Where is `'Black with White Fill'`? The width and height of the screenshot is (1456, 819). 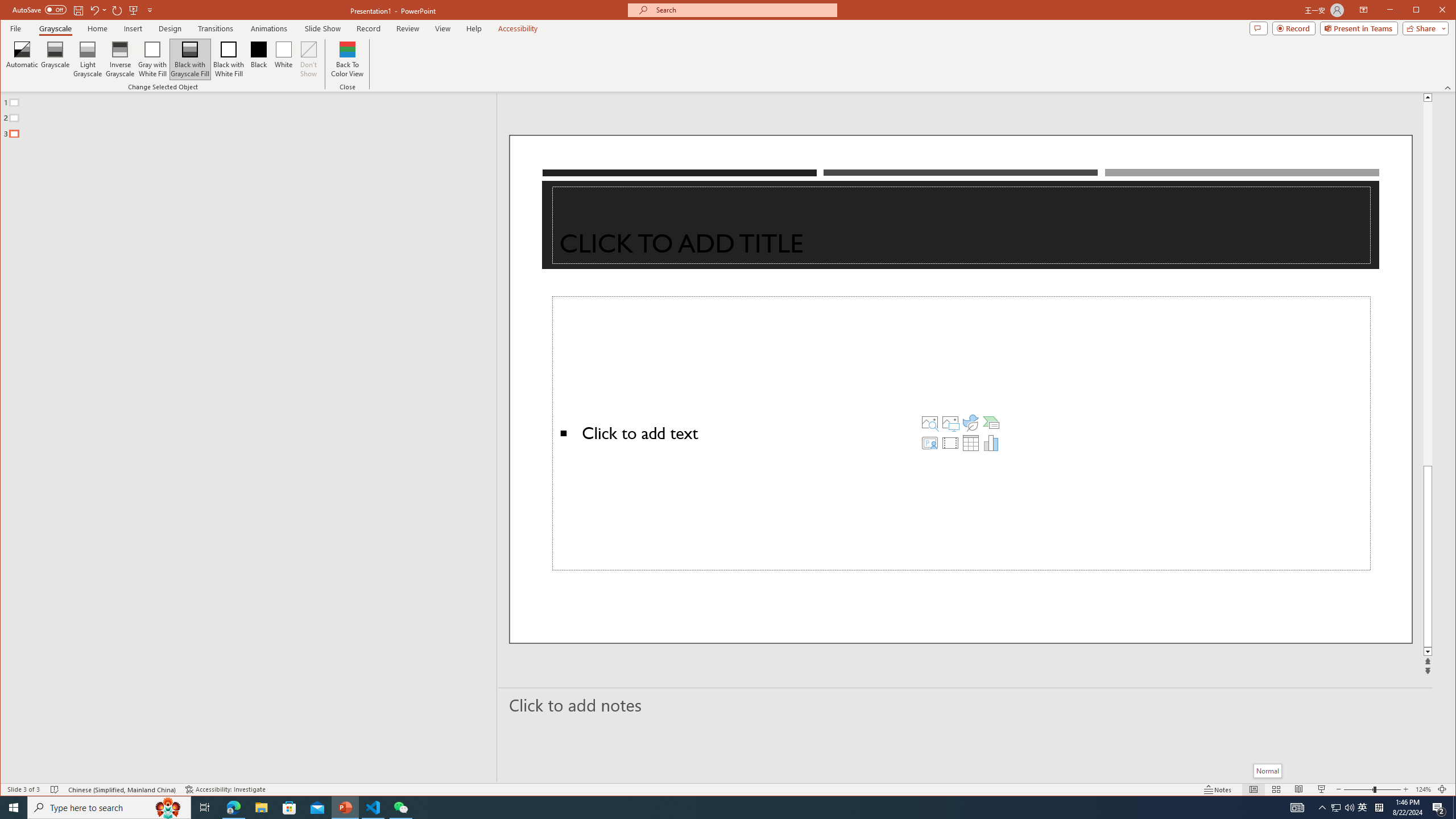 'Black with White Fill' is located at coordinates (229, 59).